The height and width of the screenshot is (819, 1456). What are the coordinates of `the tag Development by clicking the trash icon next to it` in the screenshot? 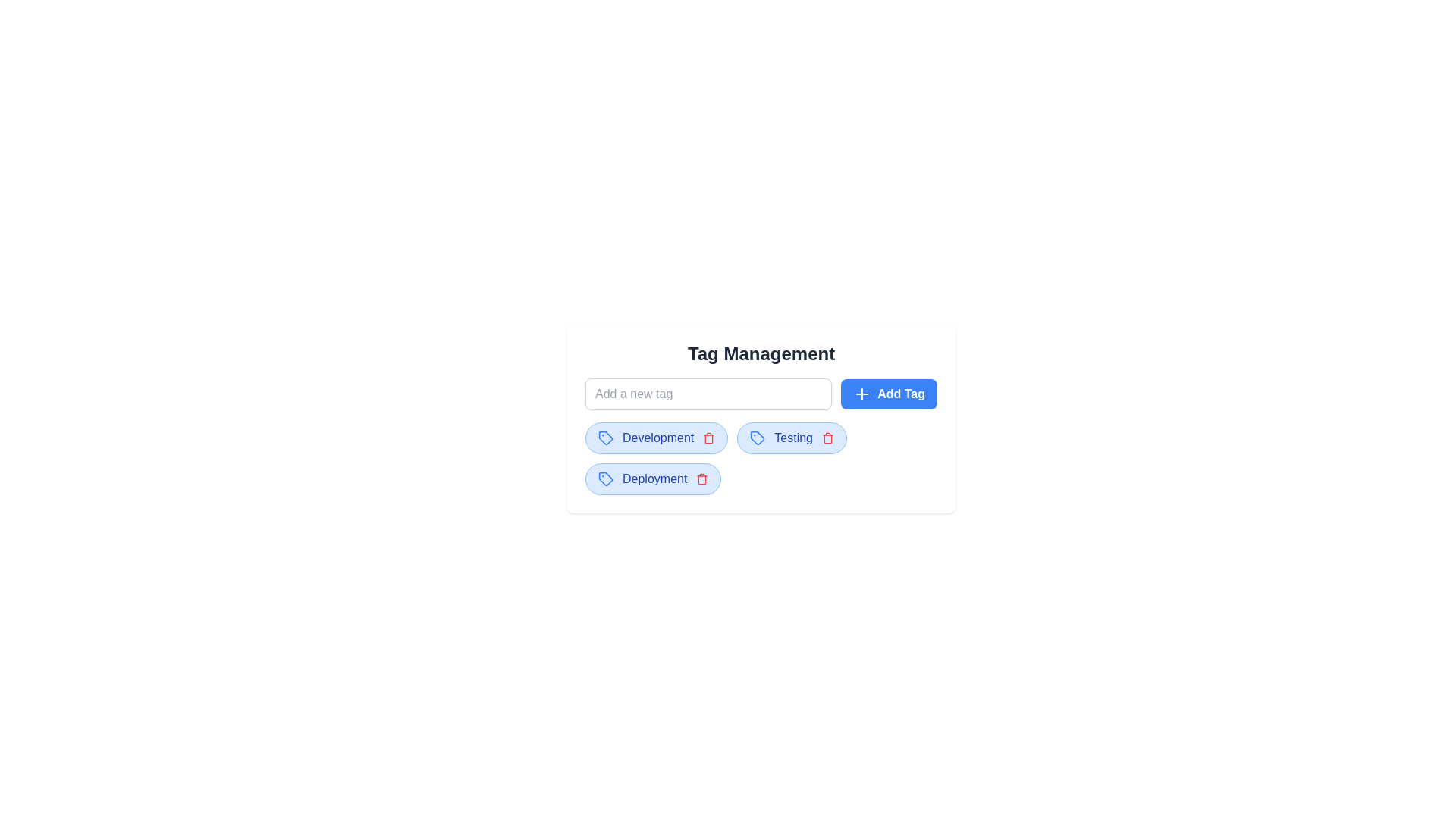 It's located at (708, 438).